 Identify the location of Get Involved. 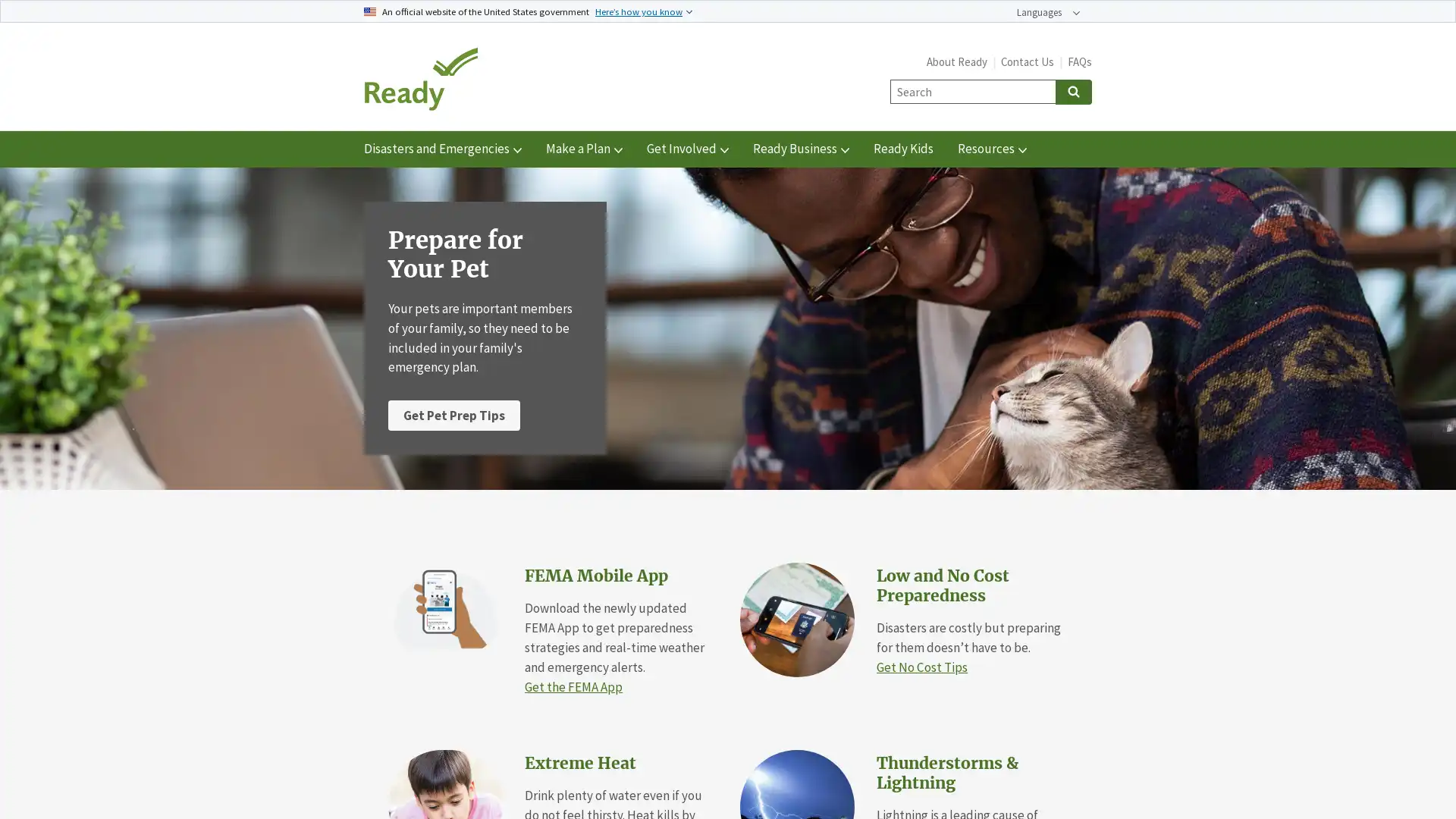
(687, 149).